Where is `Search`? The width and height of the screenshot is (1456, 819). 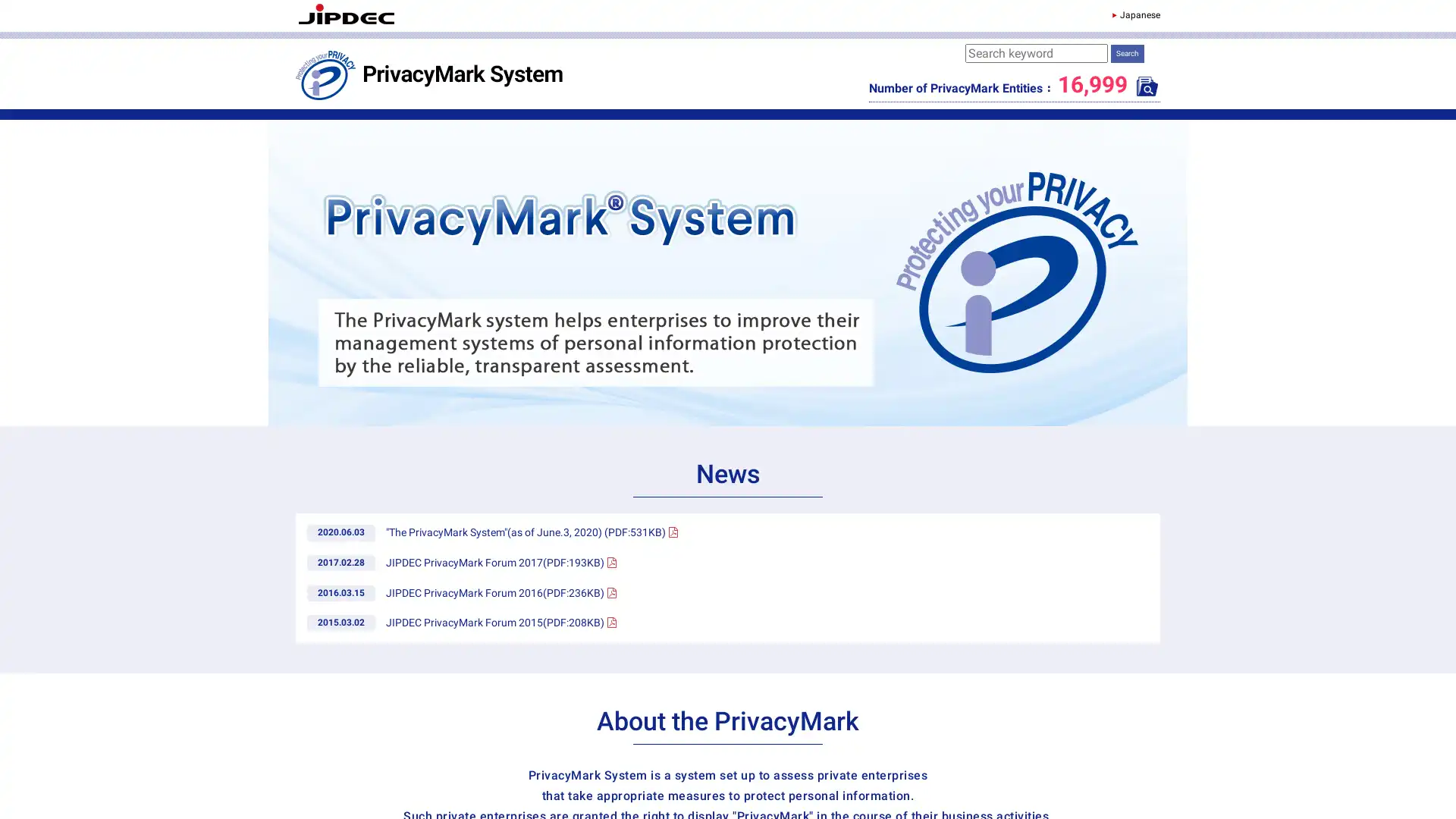 Search is located at coordinates (1128, 52).